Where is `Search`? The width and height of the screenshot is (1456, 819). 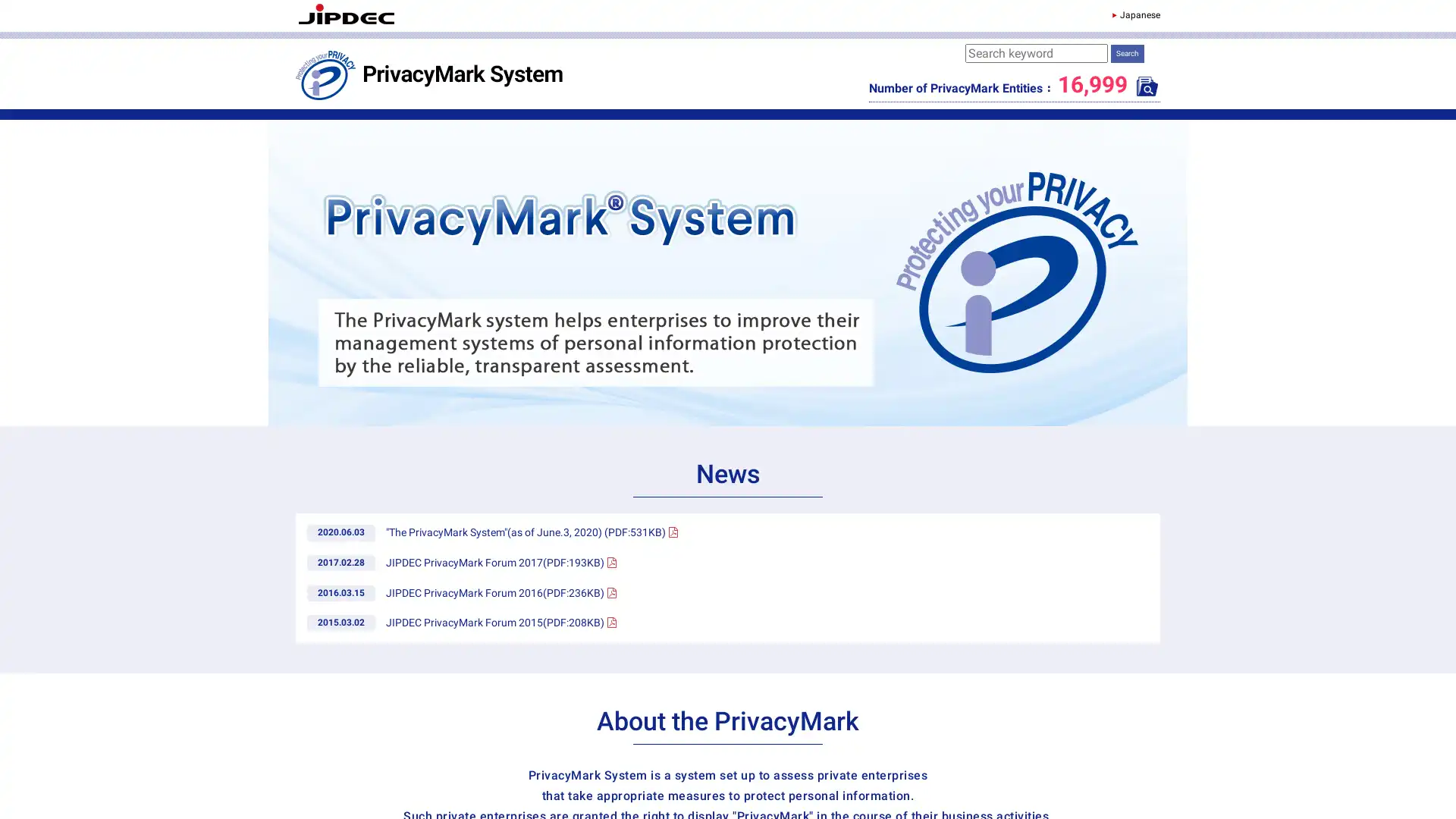 Search is located at coordinates (1128, 52).